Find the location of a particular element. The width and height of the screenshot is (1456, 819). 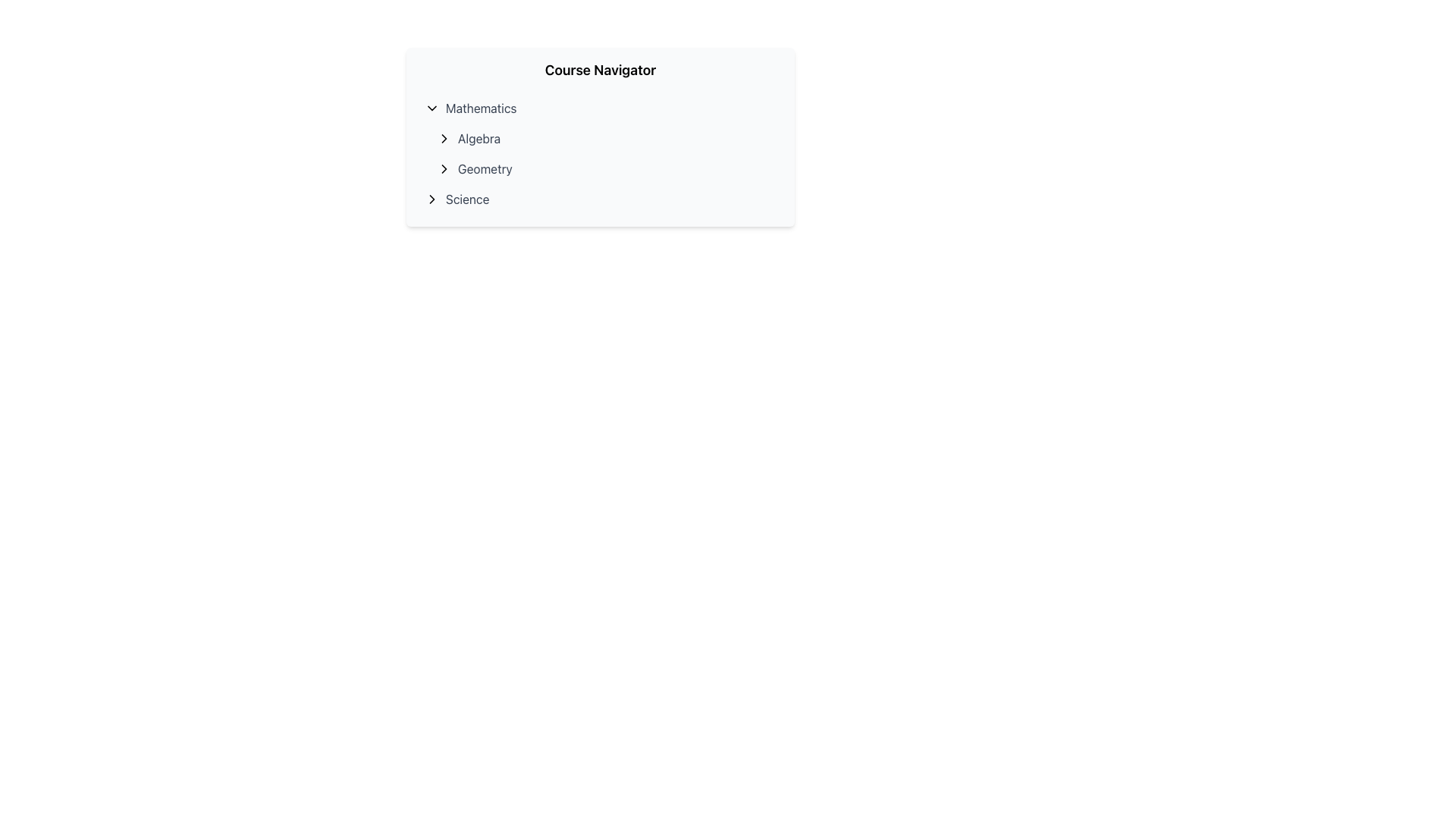

the downward-pointing chevron icon located to the left of the 'Mathematics' text is located at coordinates (431, 107).